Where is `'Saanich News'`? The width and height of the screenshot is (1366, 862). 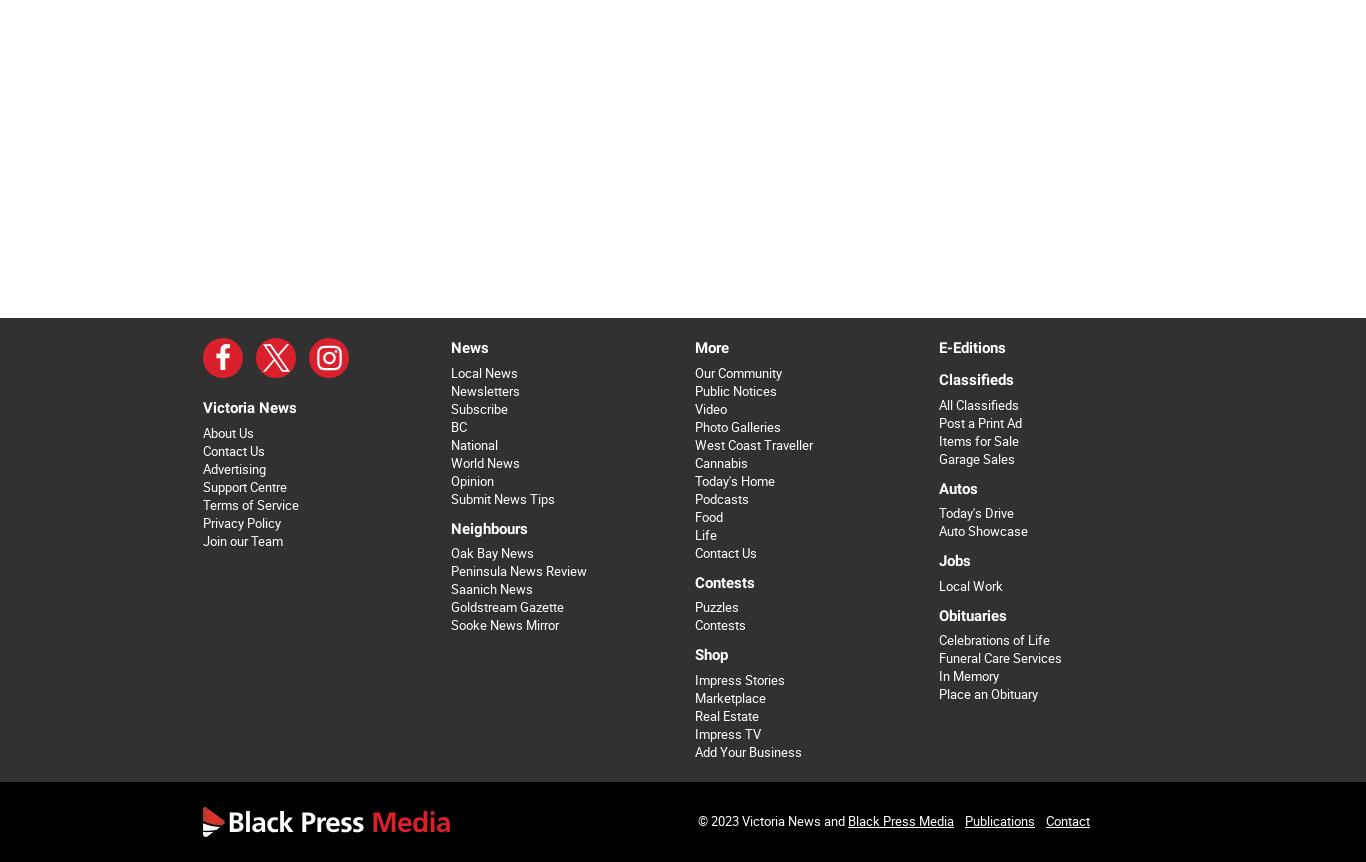 'Saanich News' is located at coordinates (490, 589).